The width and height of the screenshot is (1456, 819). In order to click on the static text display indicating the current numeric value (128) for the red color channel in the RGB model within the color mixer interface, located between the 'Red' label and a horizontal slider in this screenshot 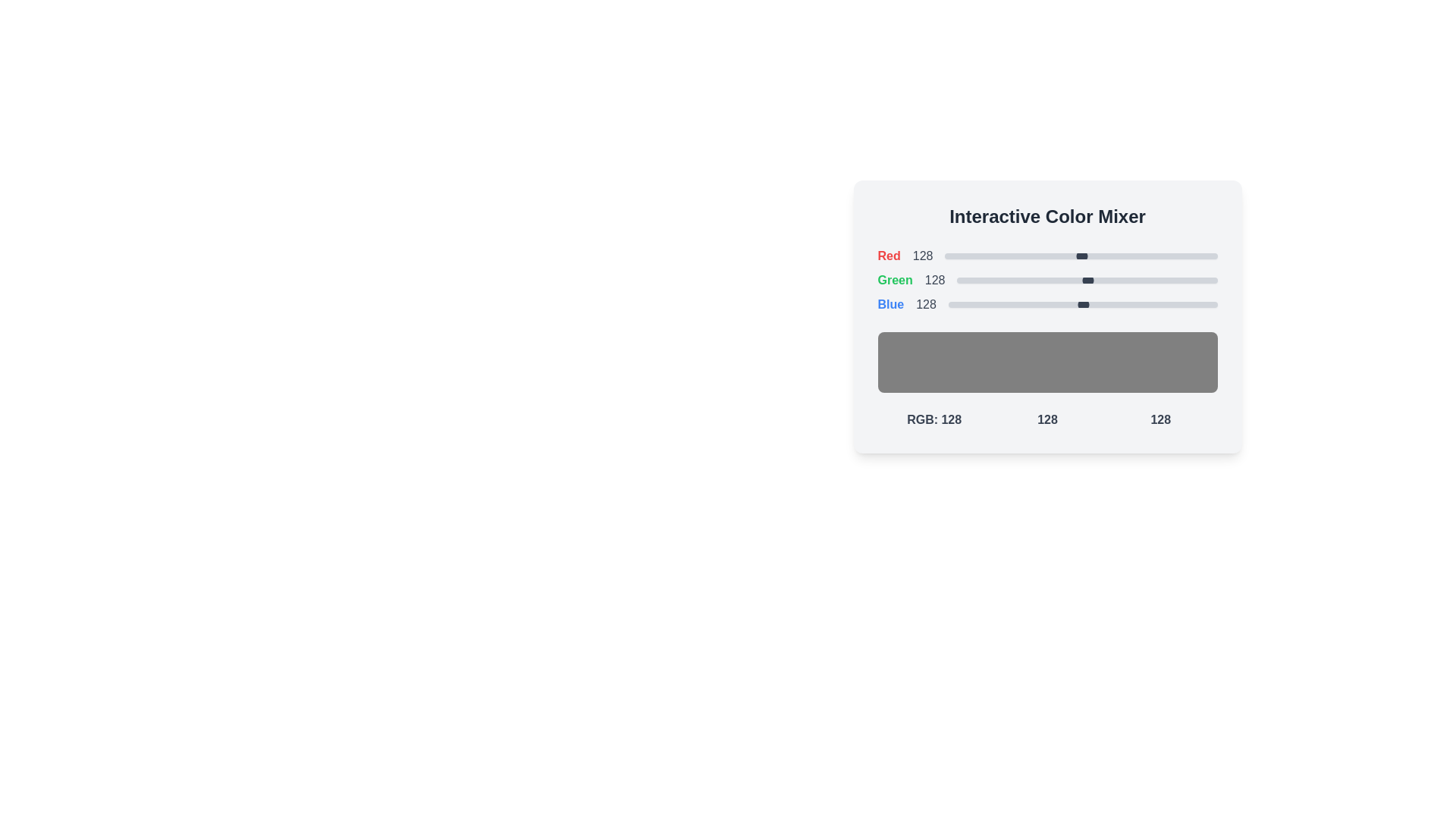, I will do `click(922, 256)`.